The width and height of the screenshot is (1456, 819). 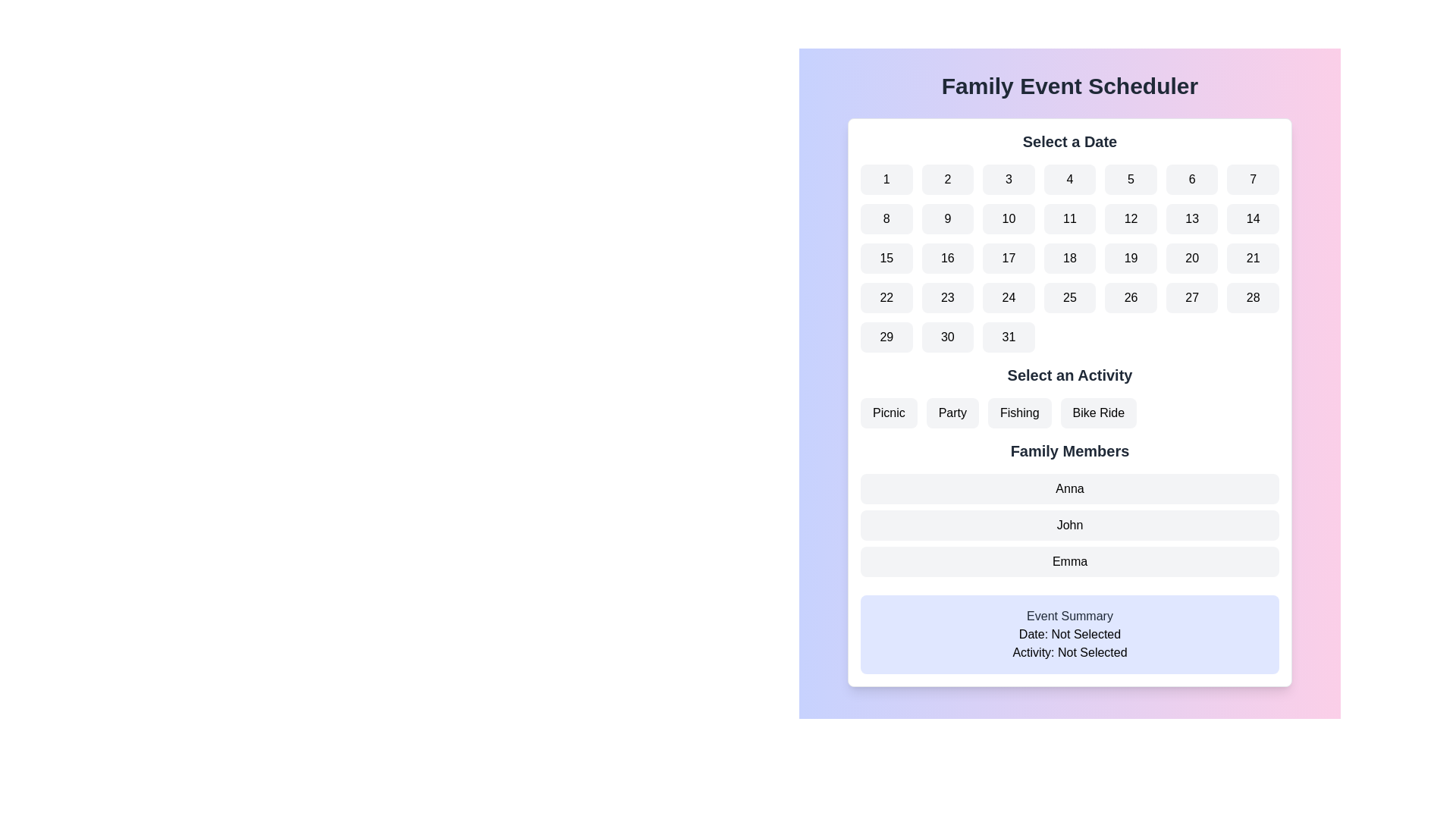 What do you see at coordinates (1069, 298) in the screenshot?
I see `the button displaying the number '25' by navigating to it` at bounding box center [1069, 298].